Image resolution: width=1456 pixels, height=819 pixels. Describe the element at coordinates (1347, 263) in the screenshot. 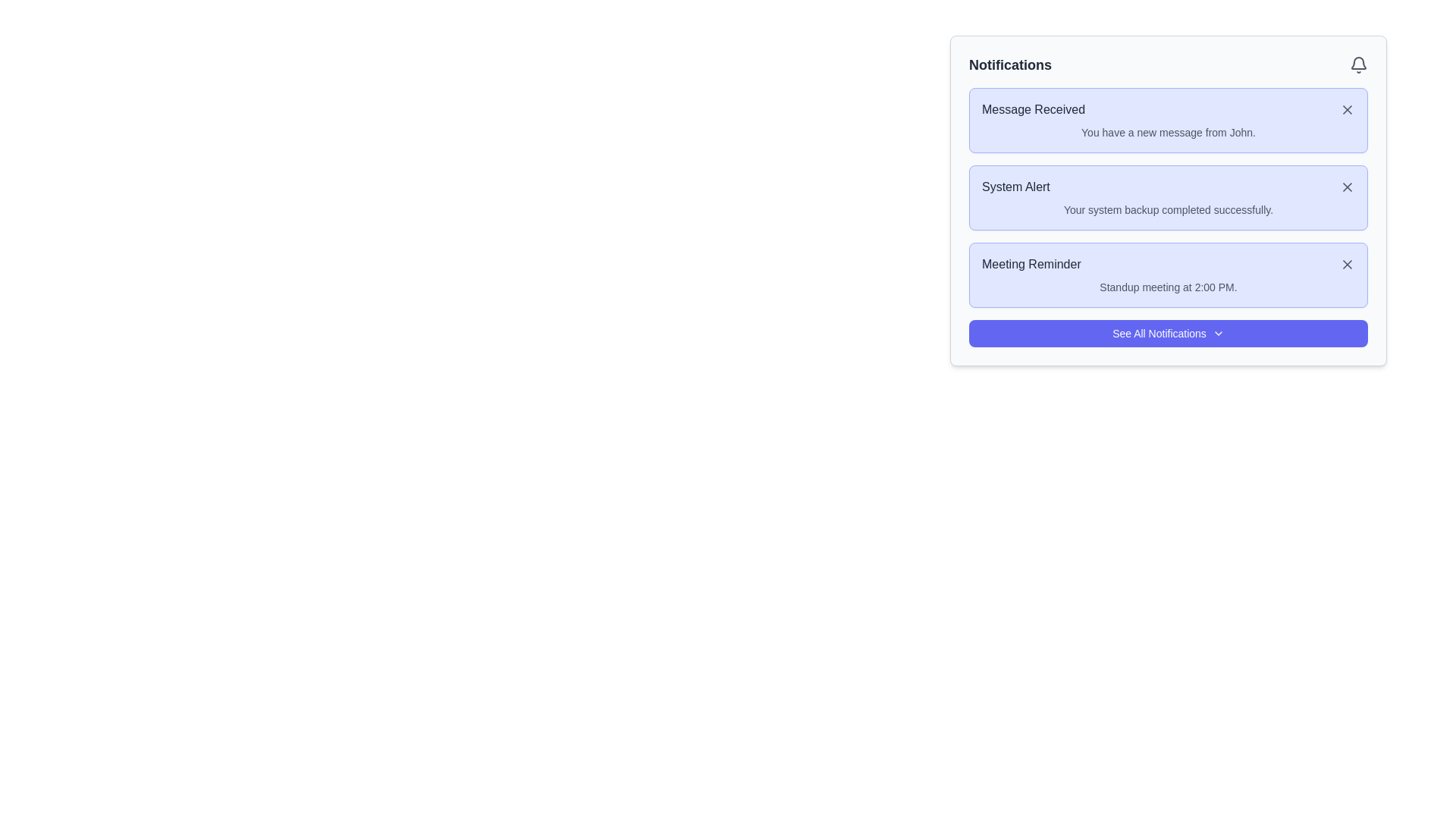

I see `the Close button within the 'Meeting Reminder' notification` at that location.